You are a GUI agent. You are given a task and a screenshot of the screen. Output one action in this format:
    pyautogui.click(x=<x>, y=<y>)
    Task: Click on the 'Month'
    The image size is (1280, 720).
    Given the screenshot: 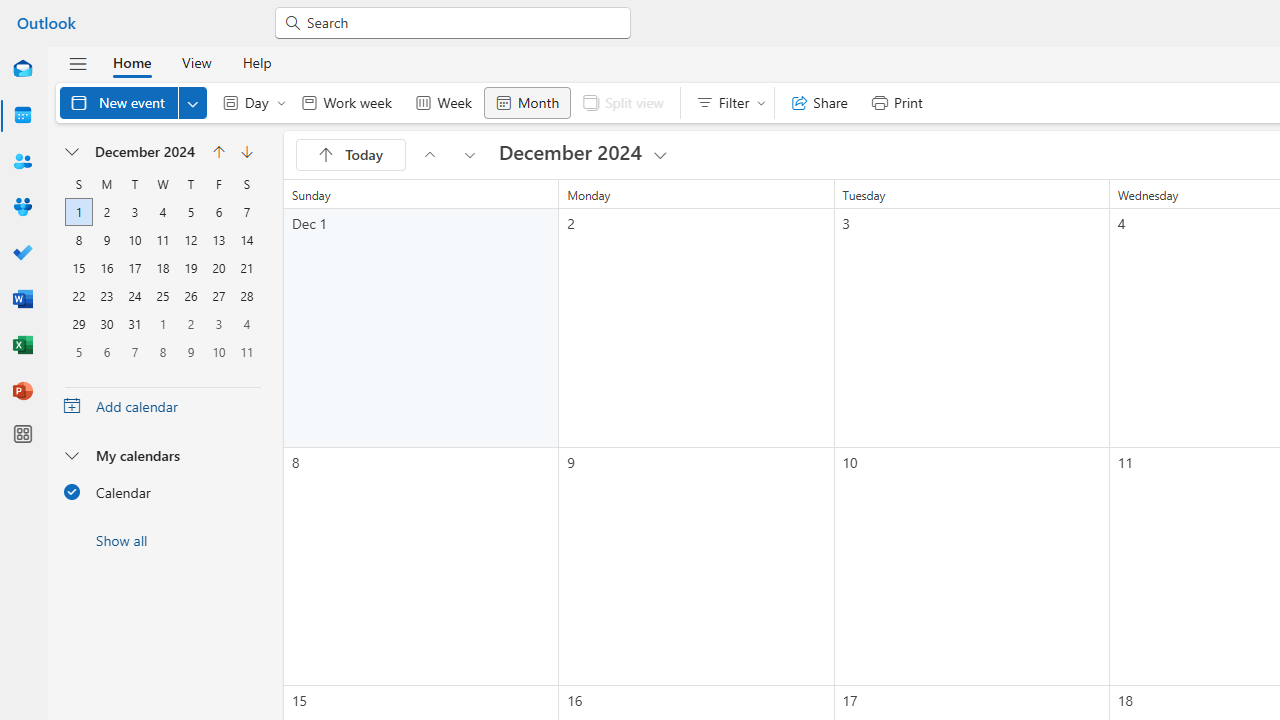 What is the action you would take?
    pyautogui.click(x=527, y=102)
    